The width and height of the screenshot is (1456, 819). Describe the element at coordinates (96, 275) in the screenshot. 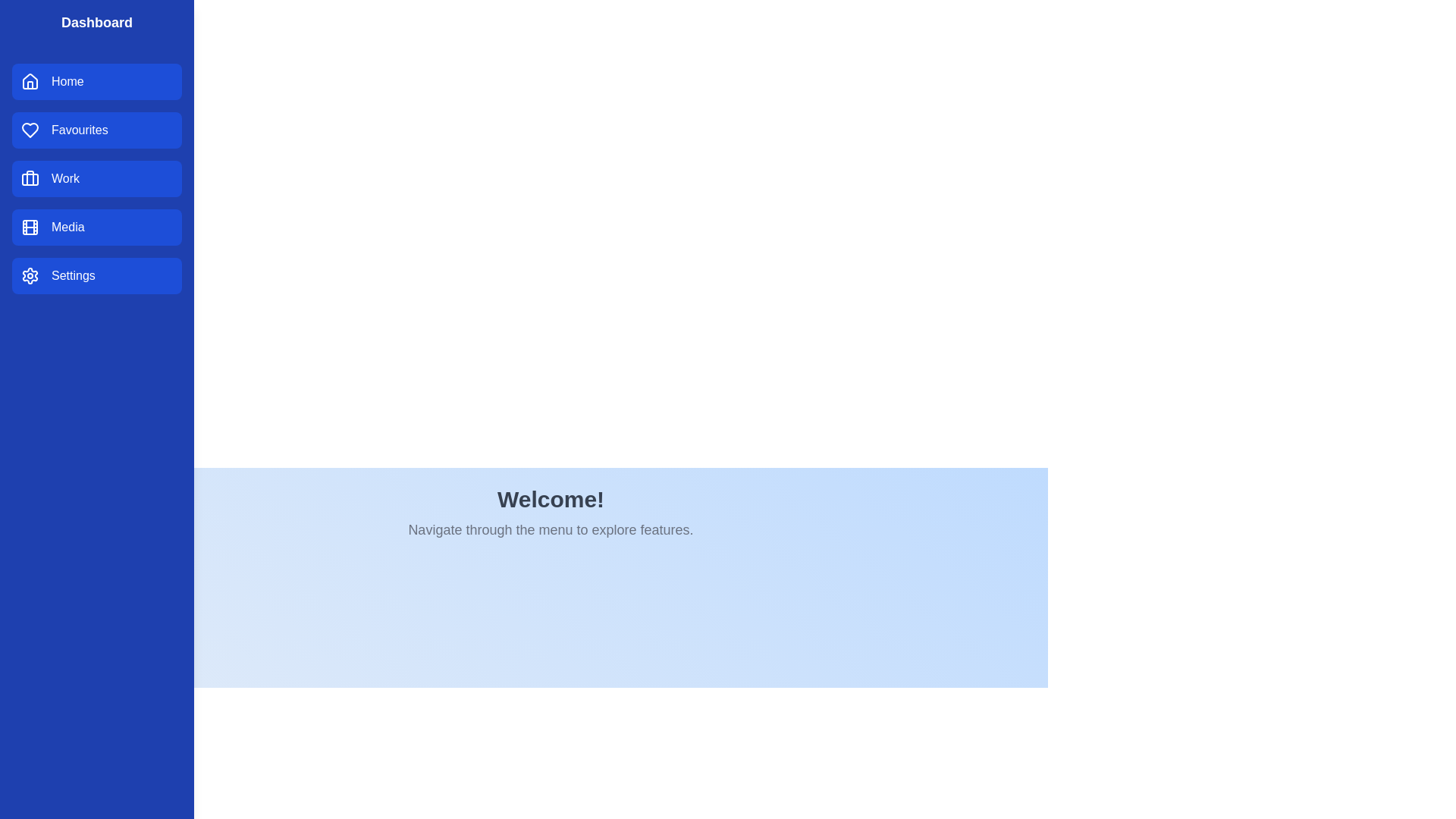

I see `the category Settings from the sidebar menu` at that location.